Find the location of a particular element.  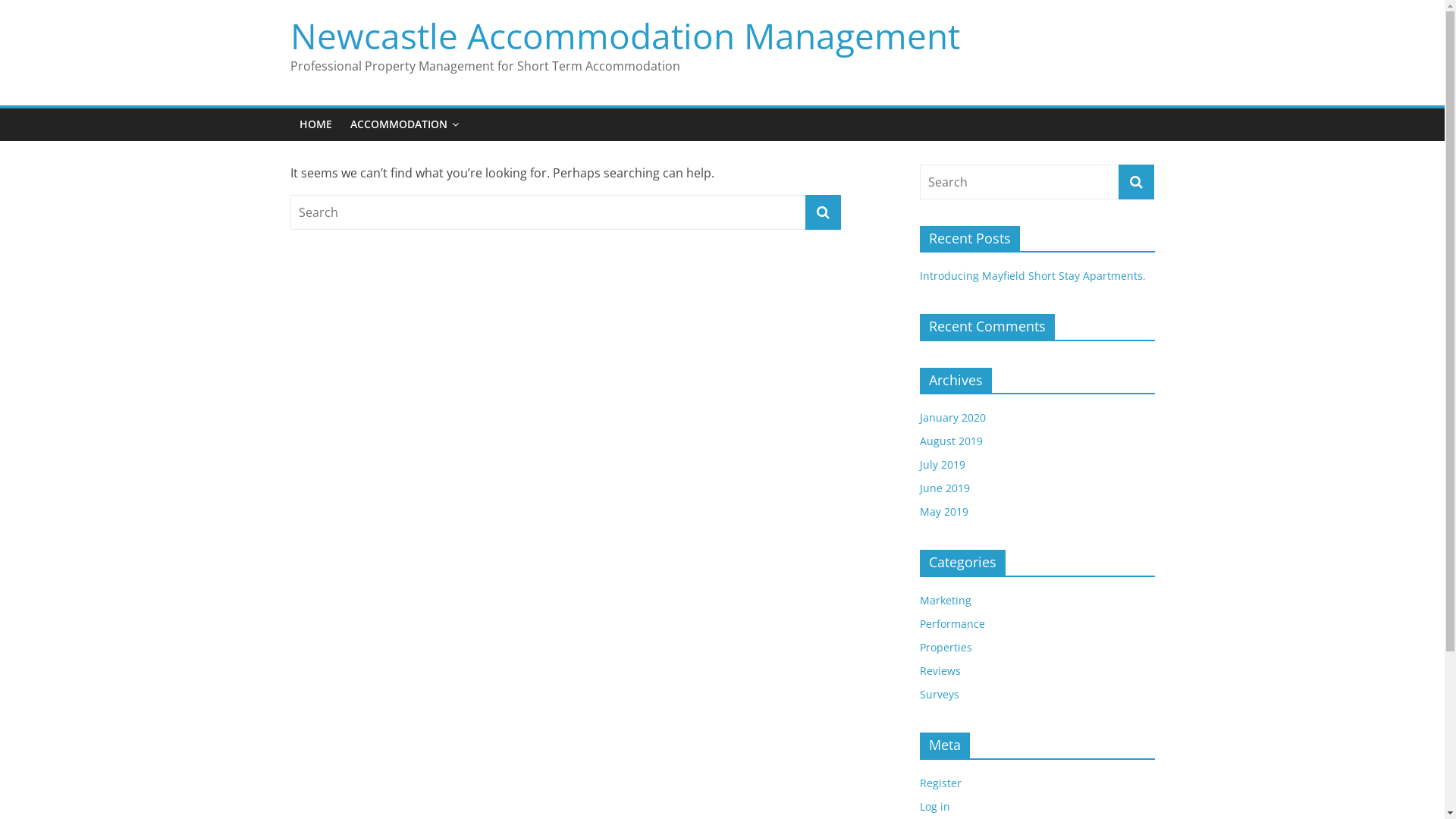

'Reviews' is located at coordinates (918, 670).